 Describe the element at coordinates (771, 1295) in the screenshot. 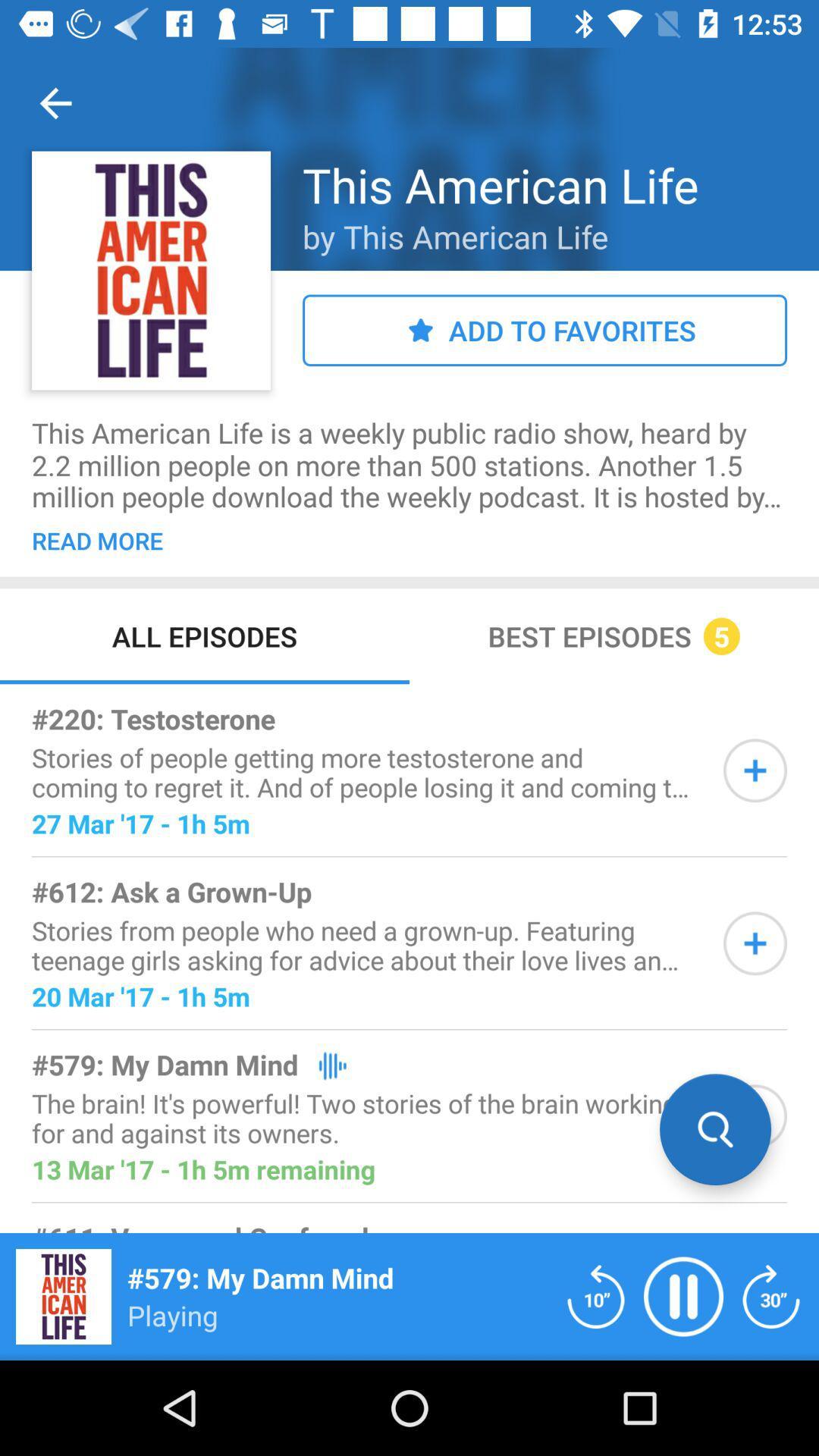

I see `fast forward 10s` at that location.